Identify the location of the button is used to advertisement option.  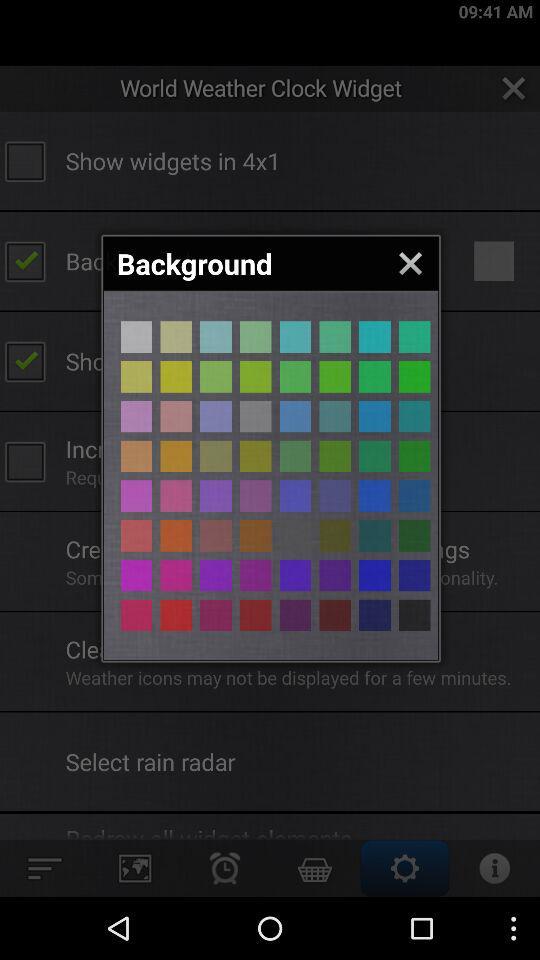
(255, 337).